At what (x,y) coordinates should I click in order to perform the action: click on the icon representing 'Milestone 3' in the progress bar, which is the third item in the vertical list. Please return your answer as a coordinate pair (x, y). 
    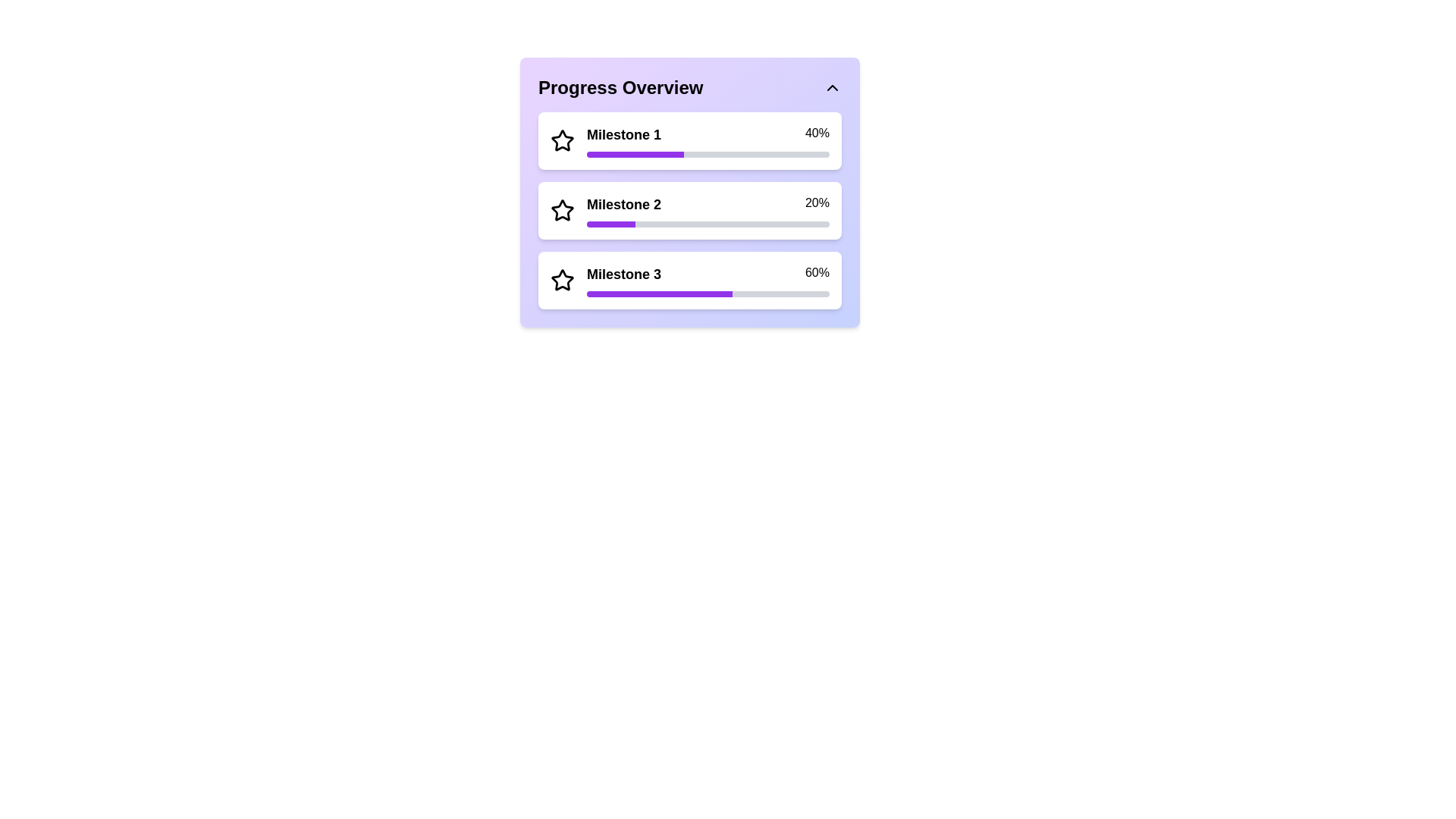
    Looking at the image, I should click on (562, 281).